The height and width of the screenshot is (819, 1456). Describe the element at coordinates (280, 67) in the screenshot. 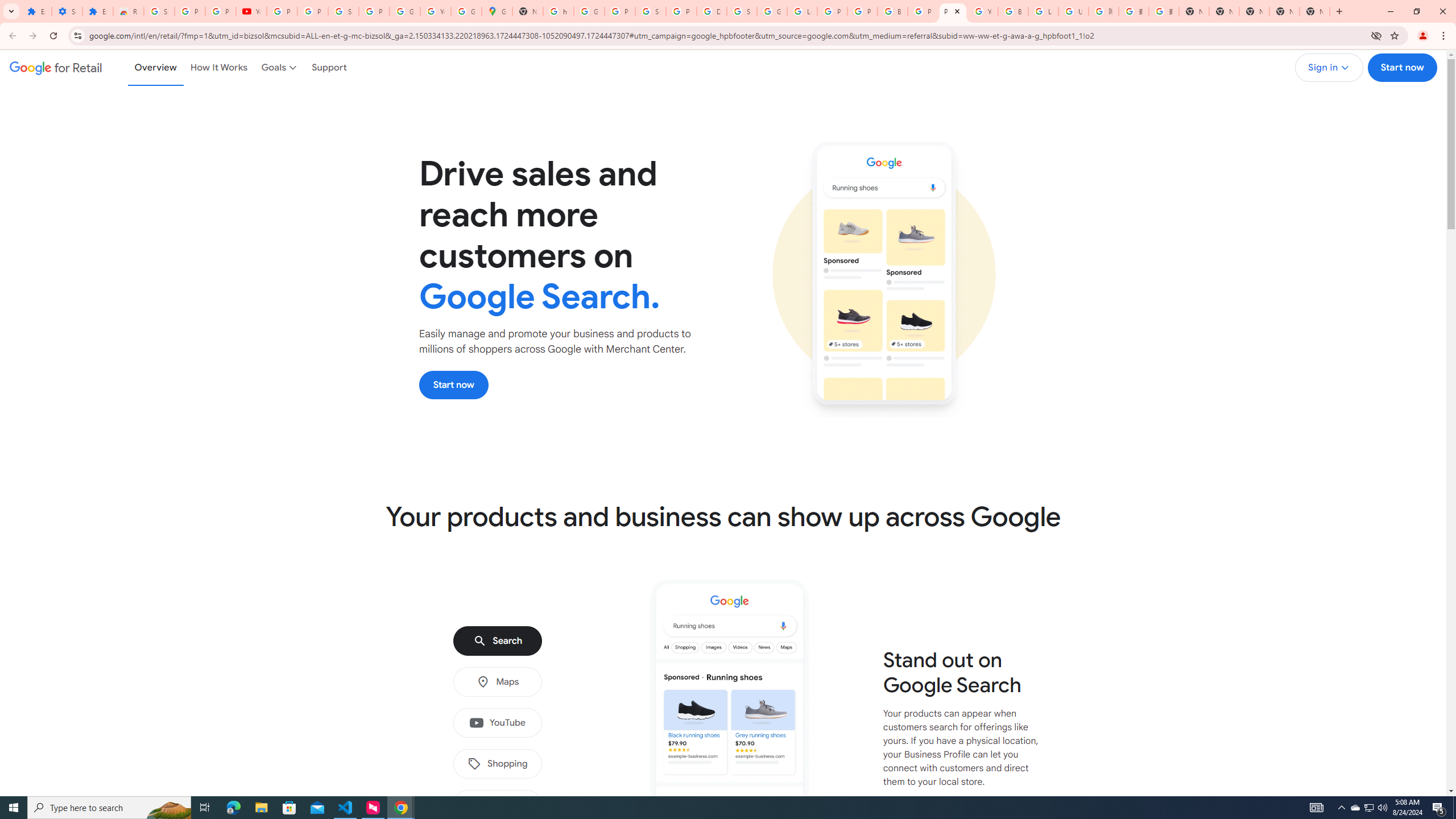

I see `'Goals'` at that location.